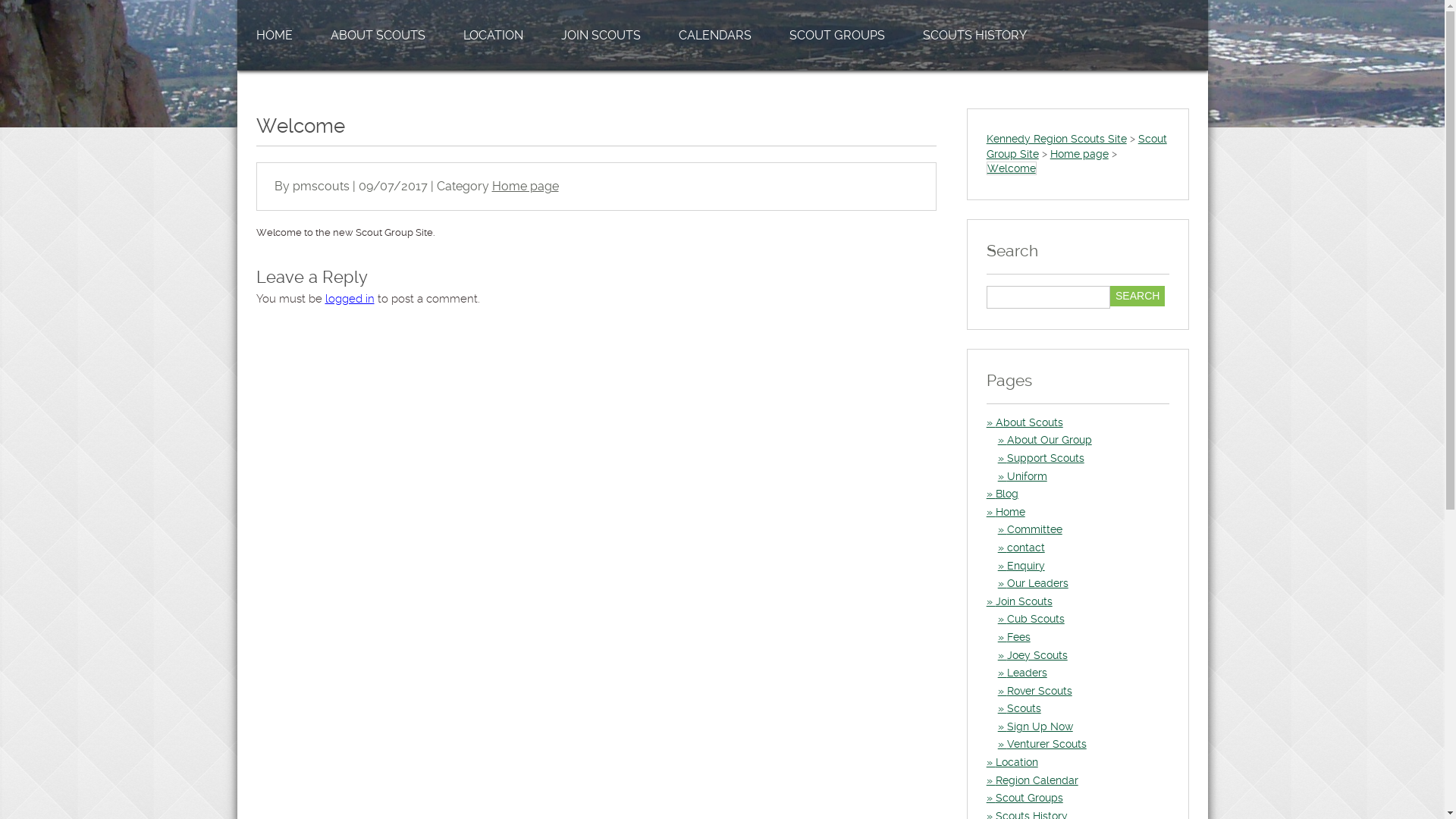 The height and width of the screenshot is (819, 1456). What do you see at coordinates (273, 34) in the screenshot?
I see `'HOME'` at bounding box center [273, 34].